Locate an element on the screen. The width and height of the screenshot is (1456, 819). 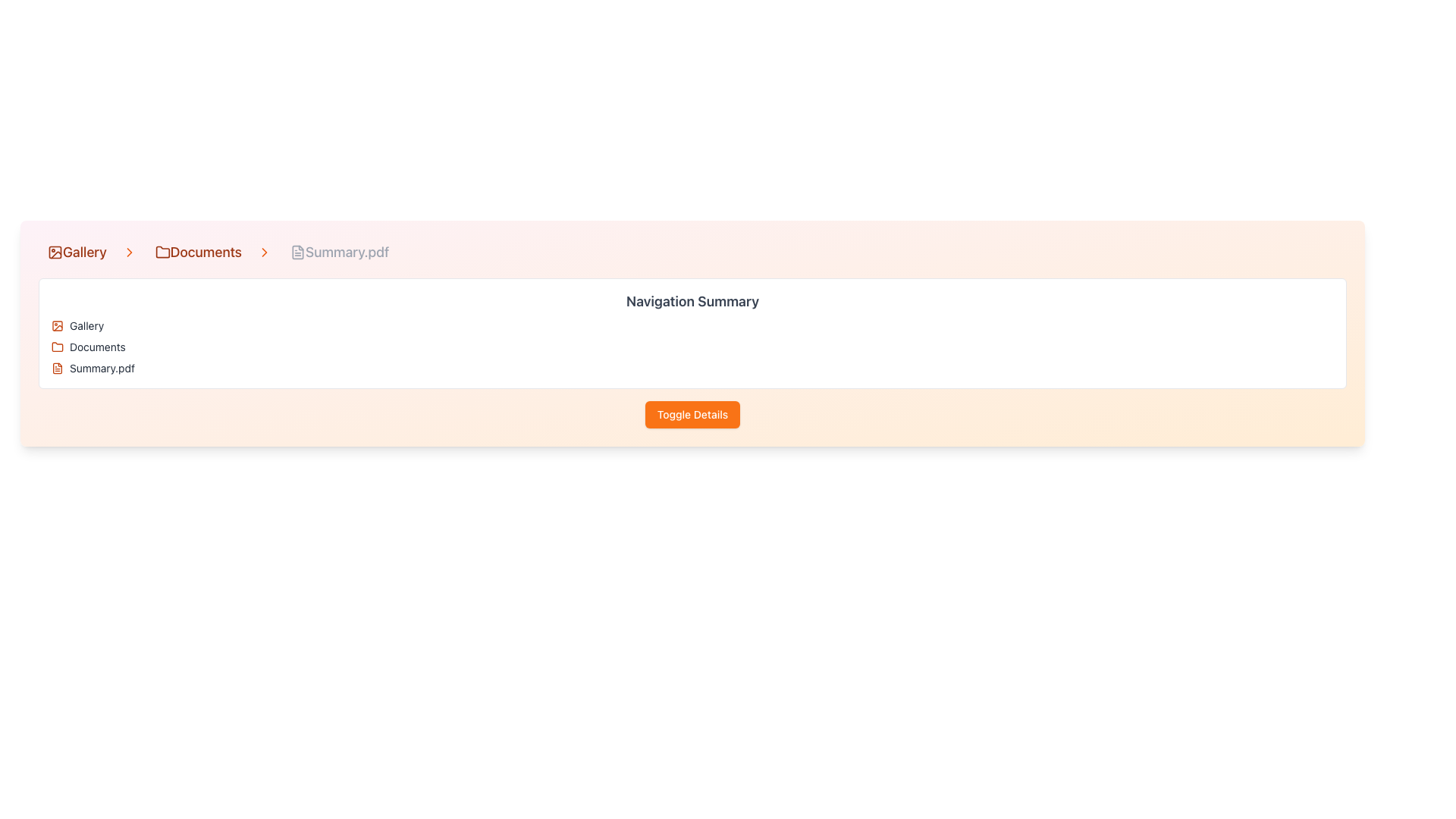
the file symbol icon located to the left of 'Summary.pdf' in the breadcrumb navigation is located at coordinates (298, 251).